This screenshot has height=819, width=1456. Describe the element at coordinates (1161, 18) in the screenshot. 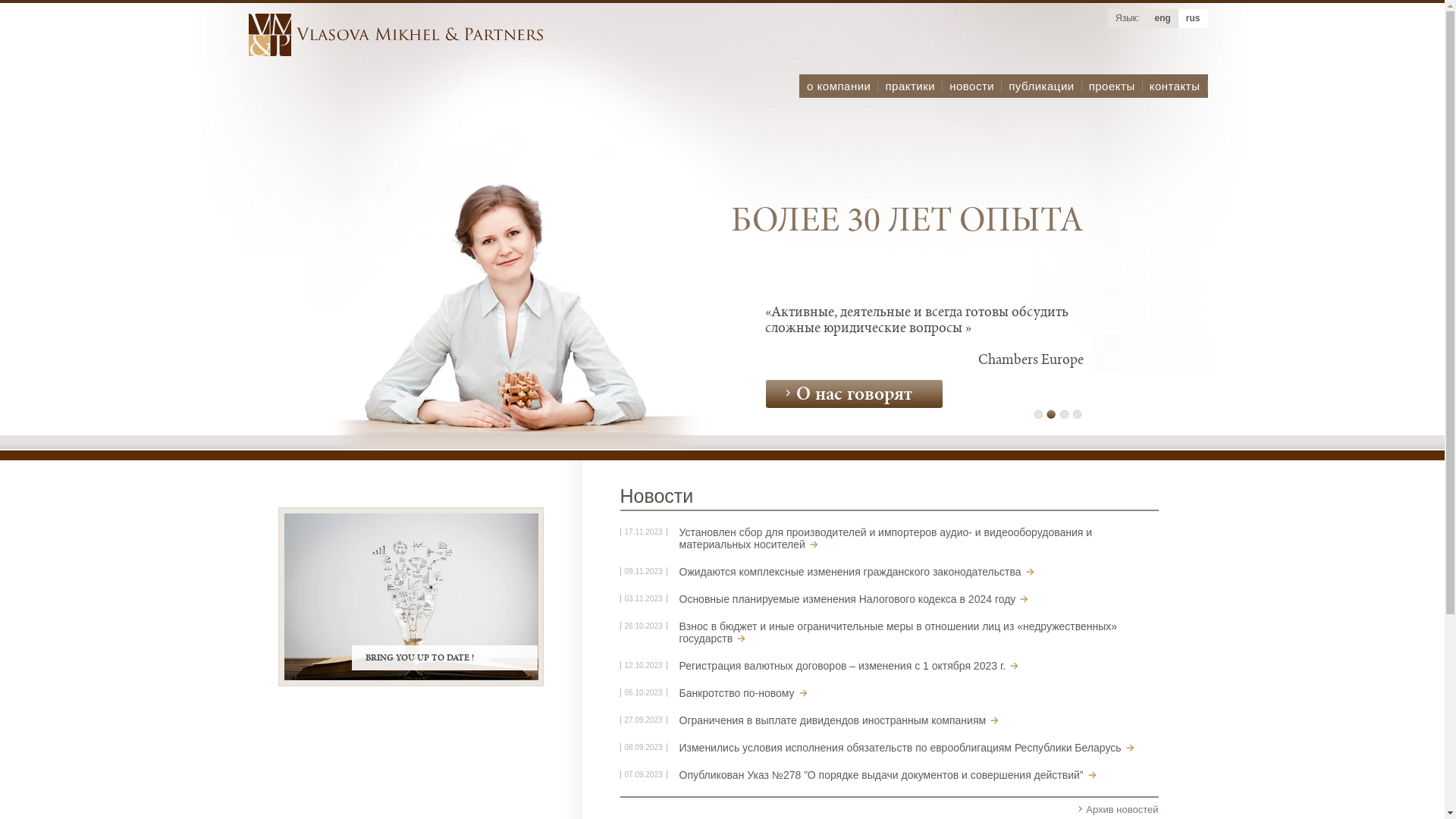

I see `'eng'` at that location.